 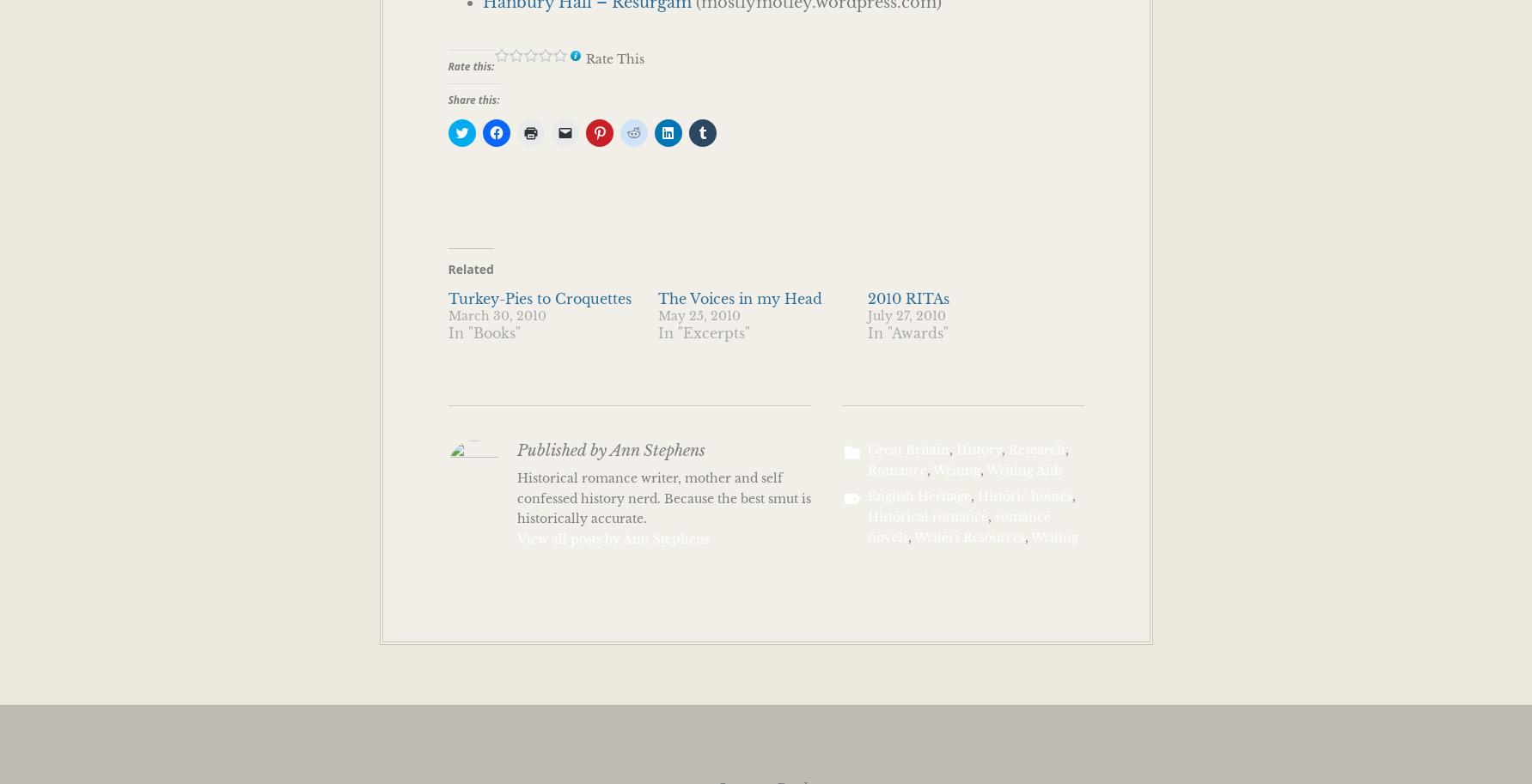 I want to click on 'View all posts by Ann Stephens', so click(x=612, y=538).